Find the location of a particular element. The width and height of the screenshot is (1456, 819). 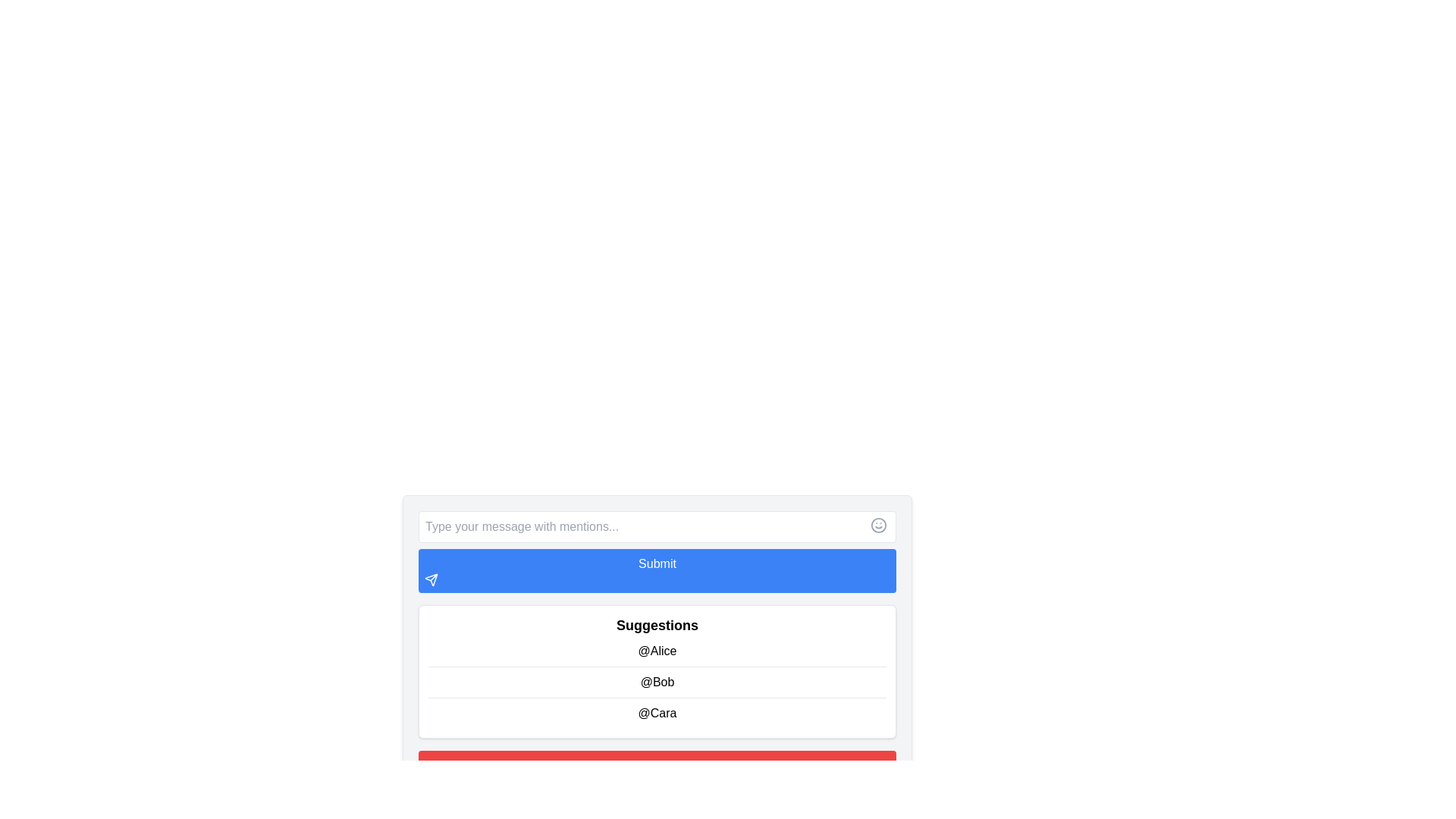

the 'Submit' button which has a blue background, white text, and a paper plane icon is located at coordinates (657, 570).